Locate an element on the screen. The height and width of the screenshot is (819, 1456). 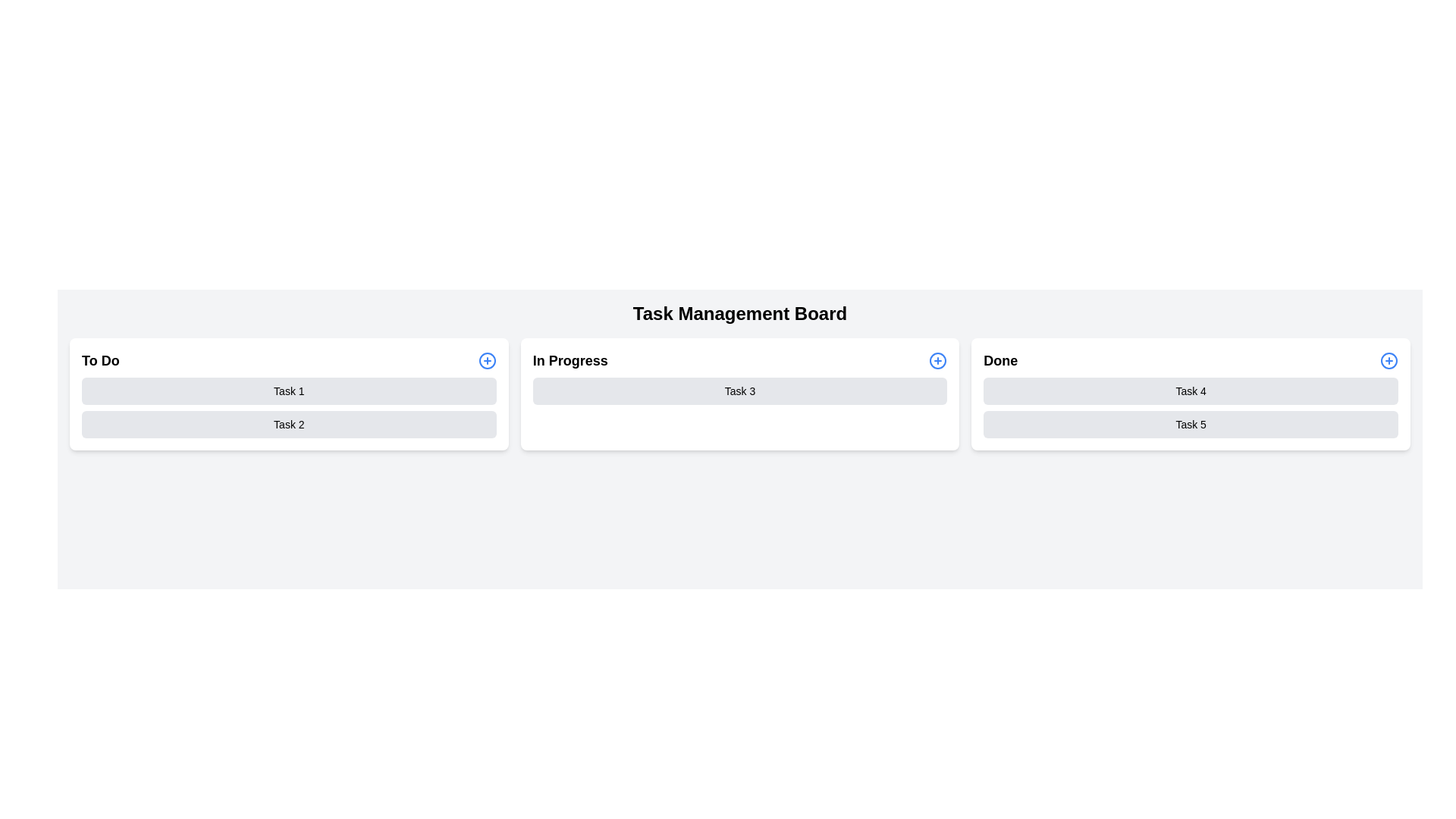
the 'Task 5' item in the 'Done' section of the task management board is located at coordinates (1190, 406).